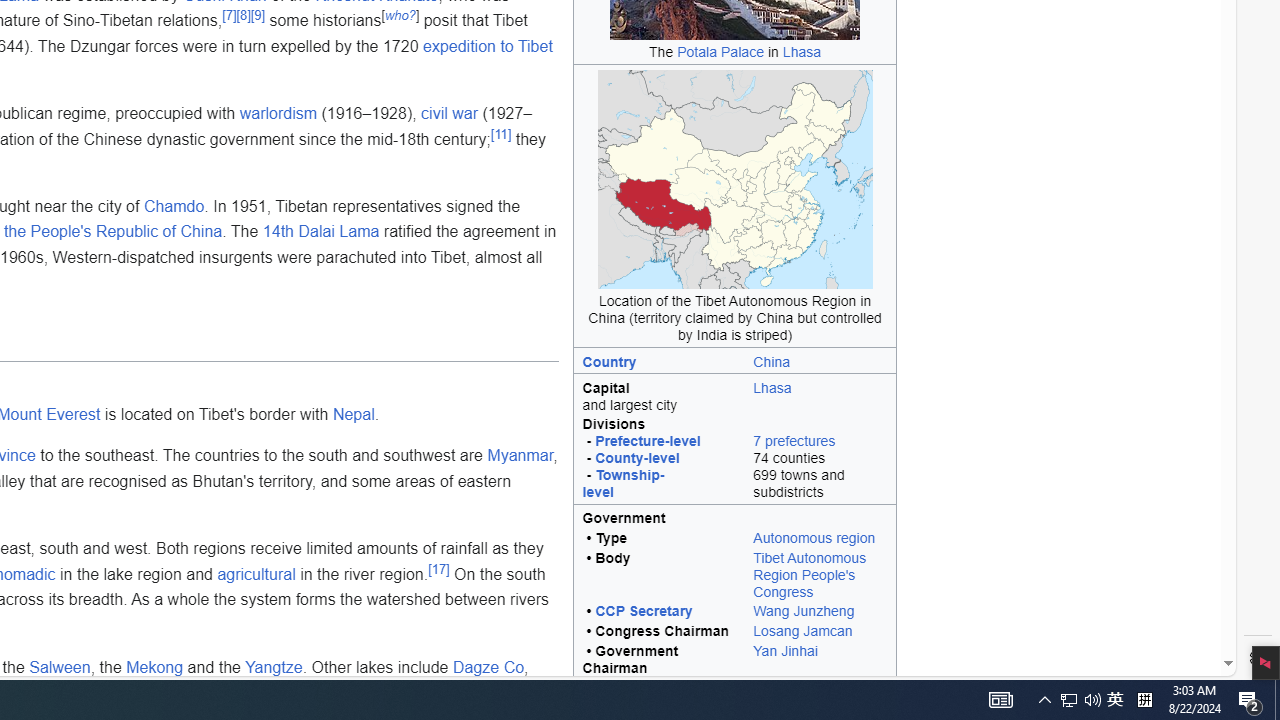 This screenshot has width=1280, height=720. Describe the element at coordinates (820, 540) in the screenshot. I see `'Autonomous region'` at that location.